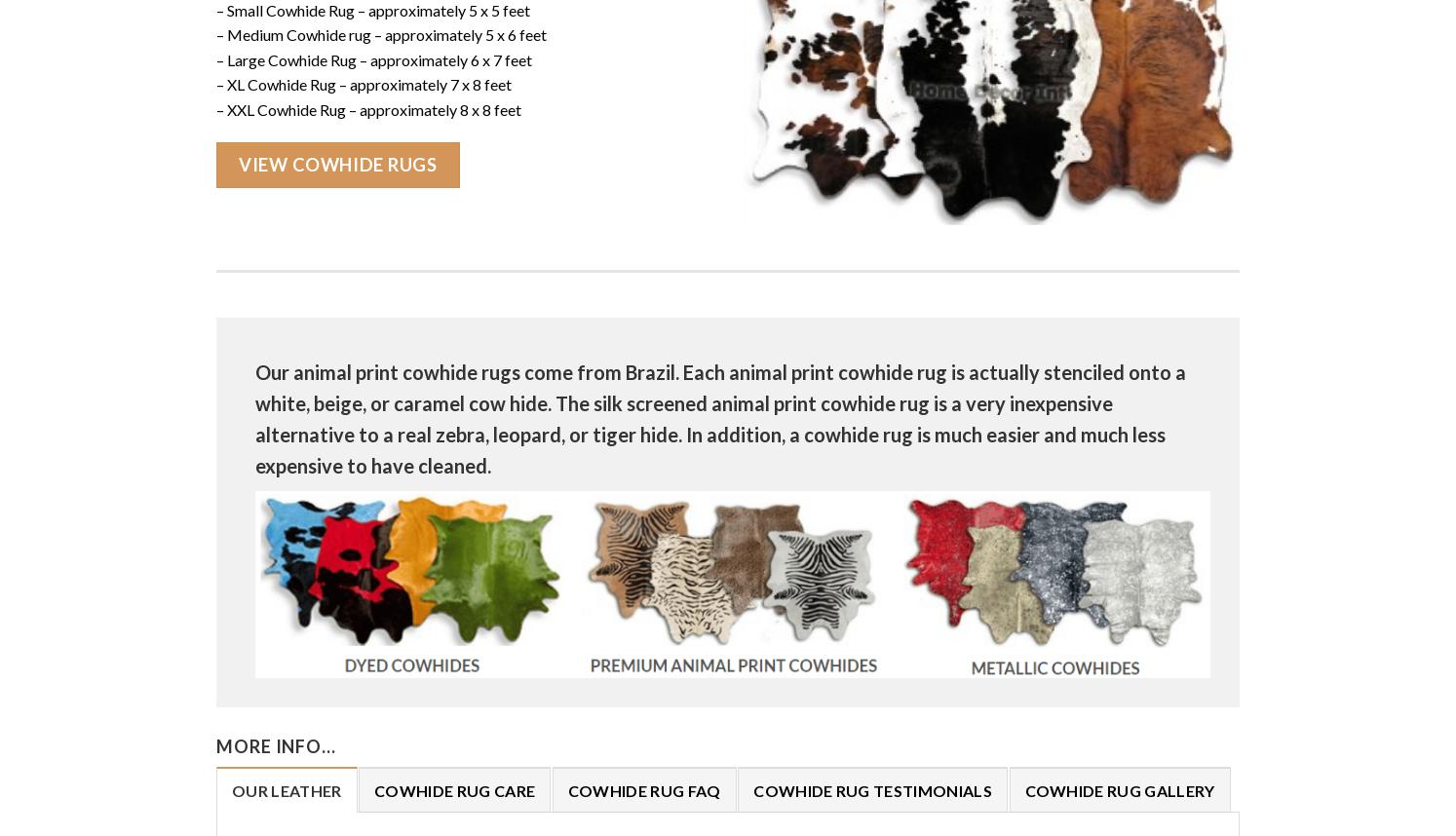  Describe the element at coordinates (381, 34) in the screenshot. I see `'– Medium Cowhide rug – approximately 5 x 6 feet'` at that location.